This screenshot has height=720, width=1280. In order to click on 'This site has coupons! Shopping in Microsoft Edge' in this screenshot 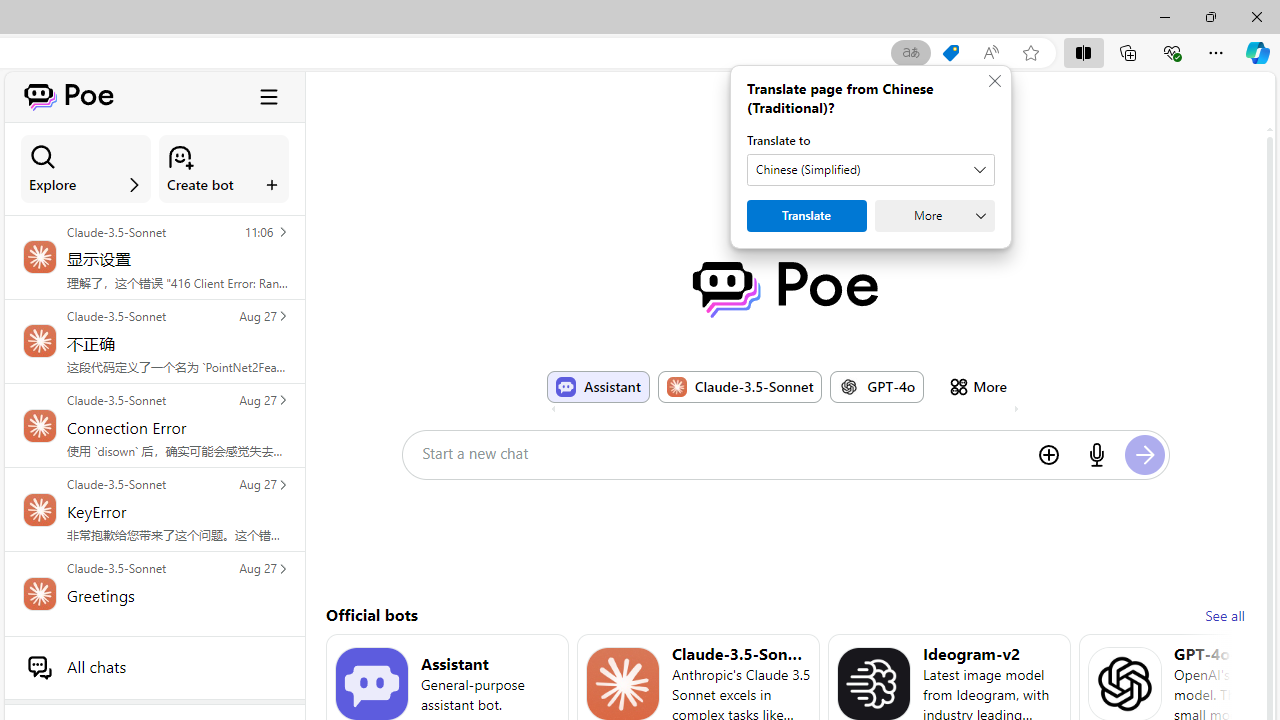, I will do `click(950, 52)`.